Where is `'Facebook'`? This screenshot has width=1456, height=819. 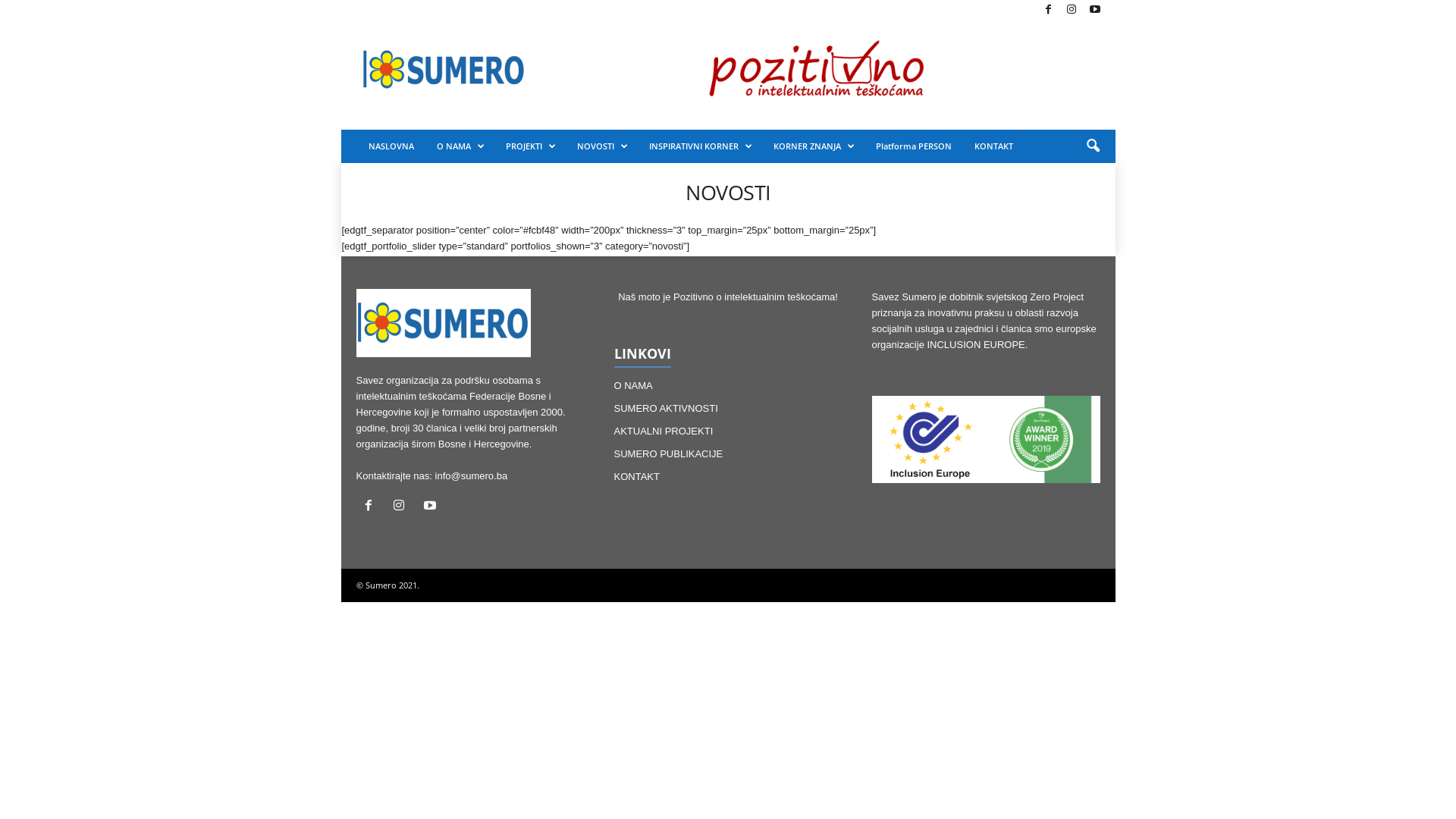
'Facebook' is located at coordinates (372, 507).